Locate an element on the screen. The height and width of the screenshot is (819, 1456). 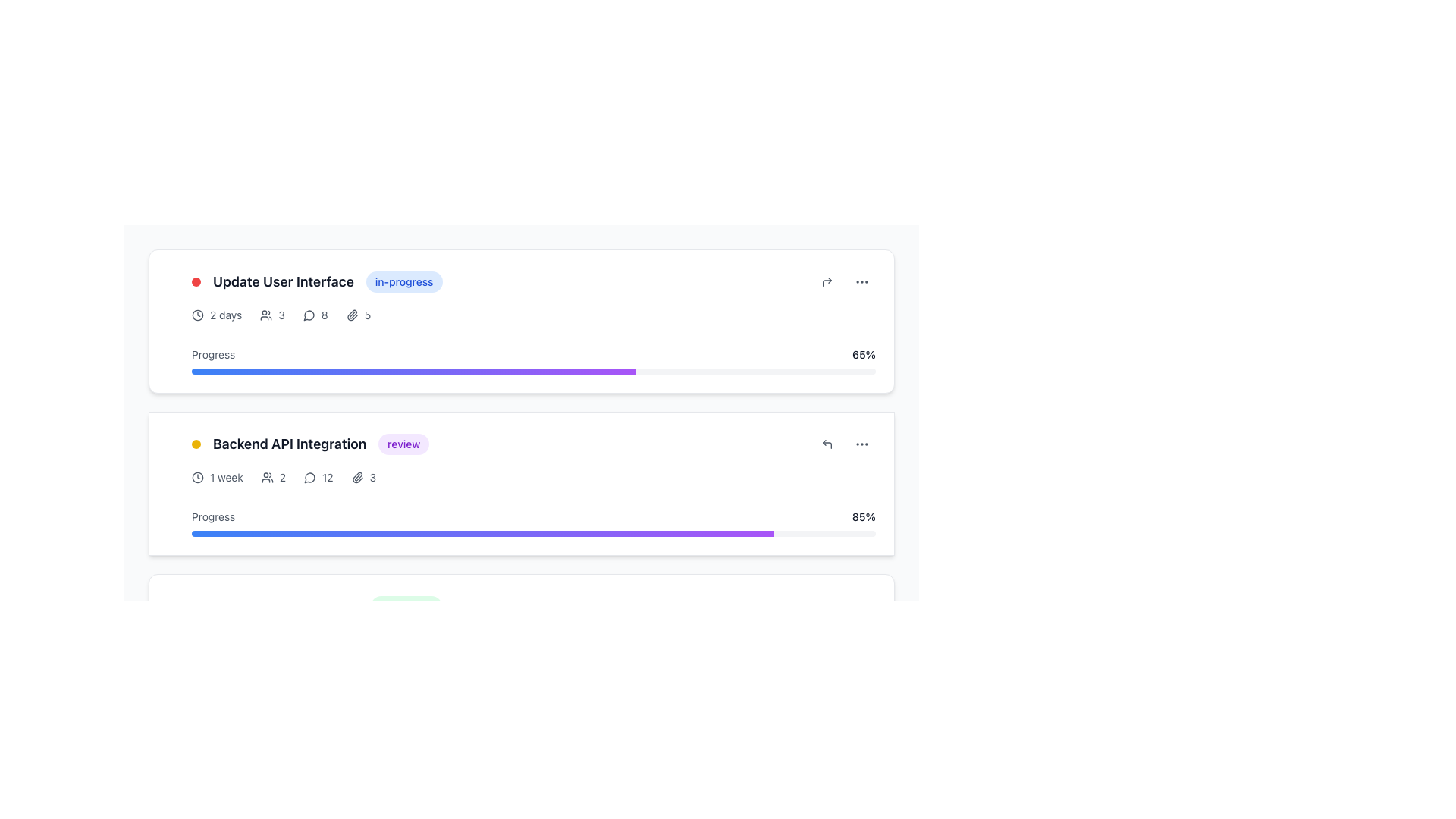
progress is located at coordinates (191, 371).